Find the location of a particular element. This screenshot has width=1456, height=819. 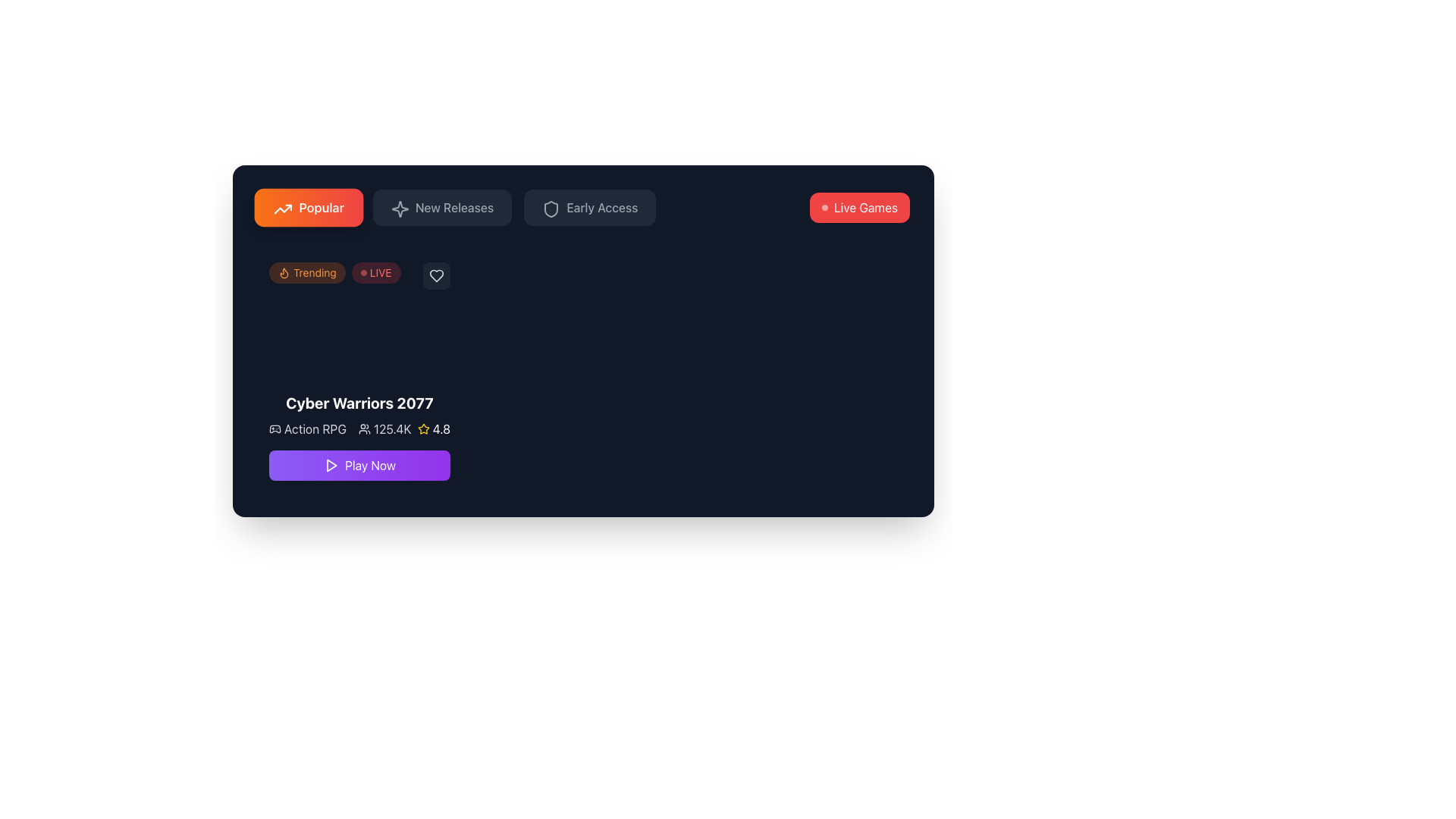

the 'Popular' button by interacting with the graphical icon that represents it, located in the top-left segment of the interface is located at coordinates (283, 209).